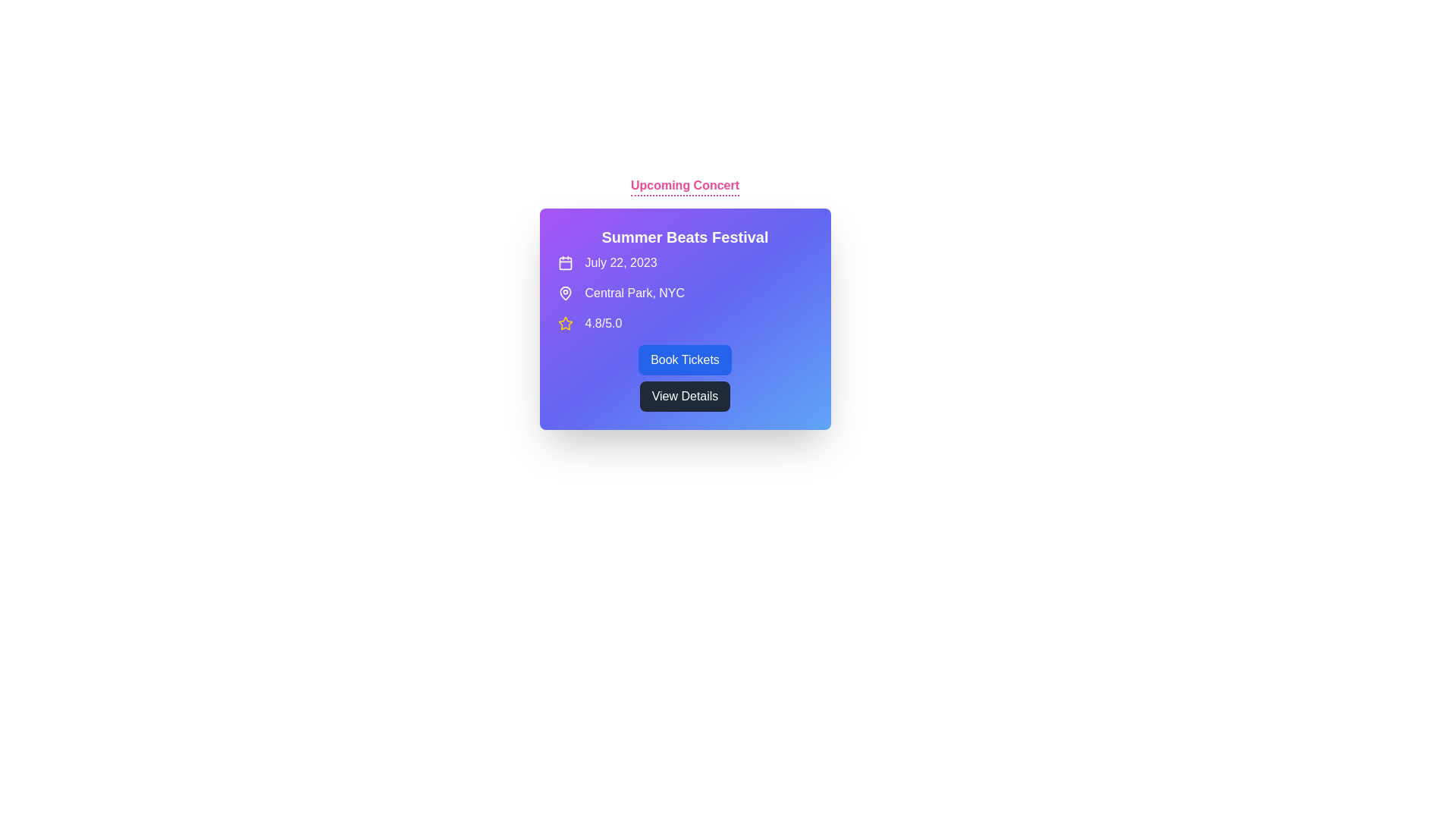 The height and width of the screenshot is (819, 1456). Describe the element at coordinates (684, 396) in the screenshot. I see `the second button in the vertical stack located near the bottom center of the card` at that location.